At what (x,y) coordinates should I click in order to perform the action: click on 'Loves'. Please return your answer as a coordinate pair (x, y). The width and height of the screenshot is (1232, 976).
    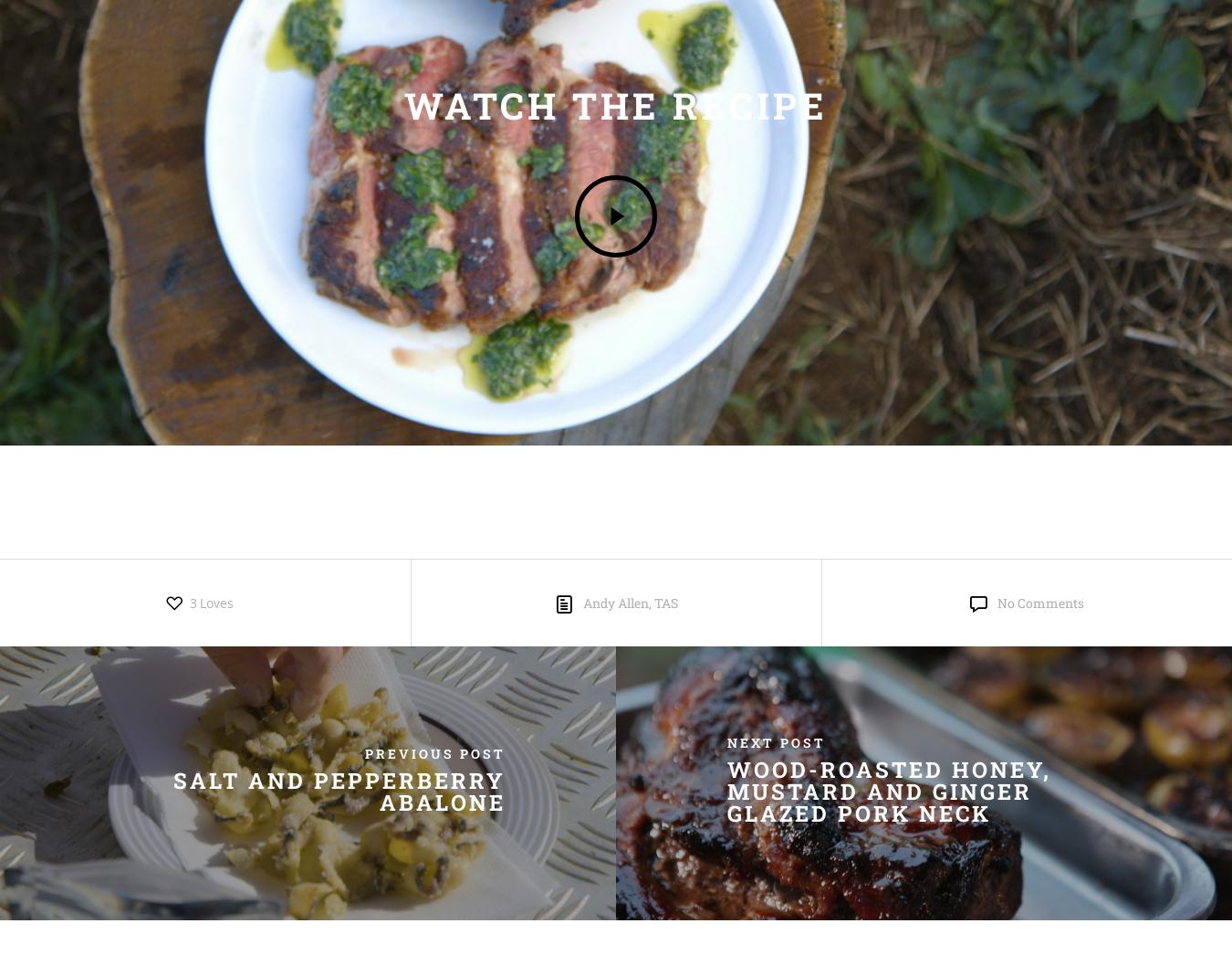
    Looking at the image, I should click on (214, 602).